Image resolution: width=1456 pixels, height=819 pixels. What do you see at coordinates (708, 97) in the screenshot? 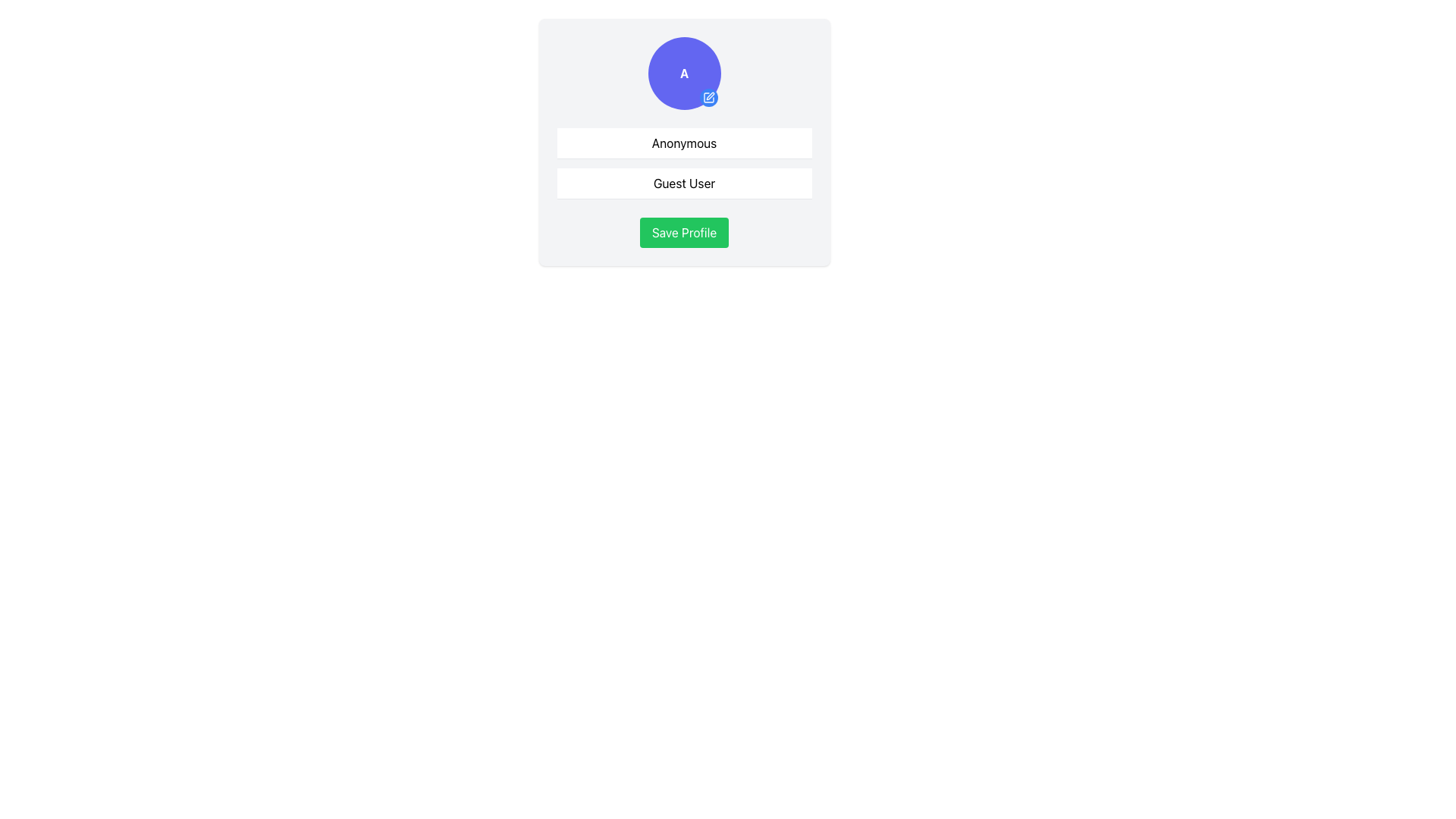
I see `the blue square-shaped icon with a pen symbol inside, located at the bottom-right corner of the avatar` at bounding box center [708, 97].